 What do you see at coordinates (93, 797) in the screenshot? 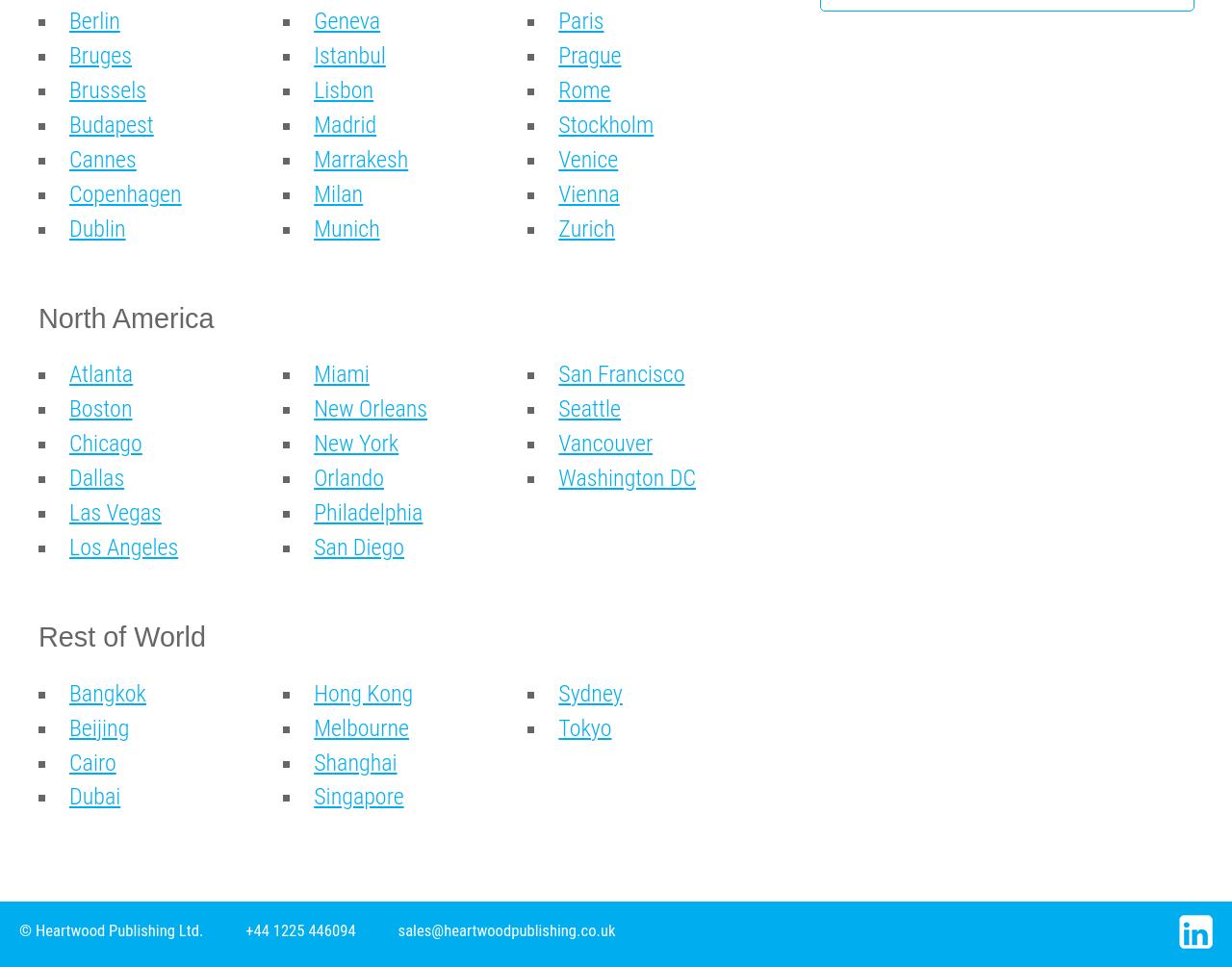
I see `'Dubai'` at bounding box center [93, 797].